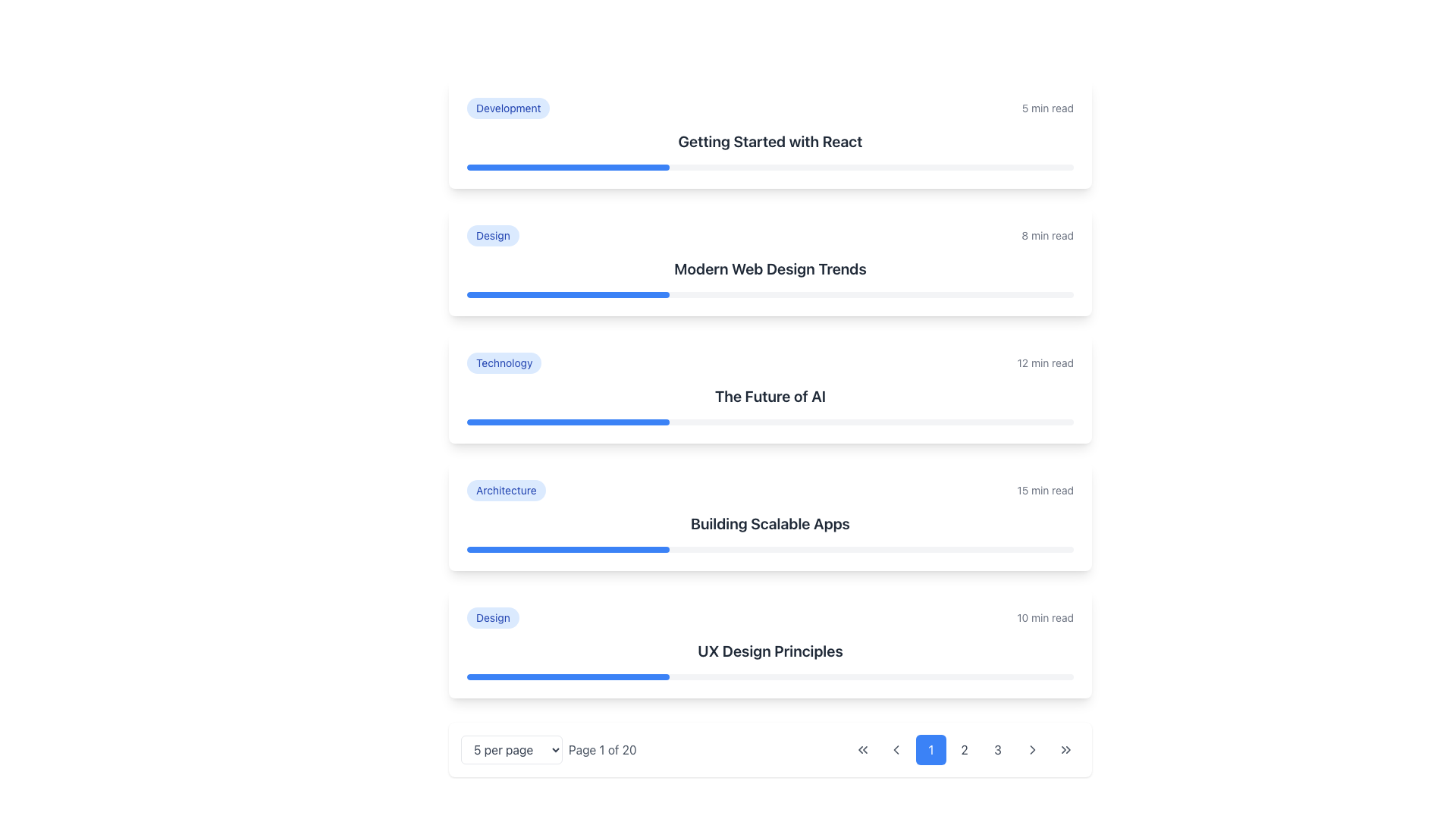 This screenshot has width=1456, height=819. I want to click on progress, so click(557, 295).